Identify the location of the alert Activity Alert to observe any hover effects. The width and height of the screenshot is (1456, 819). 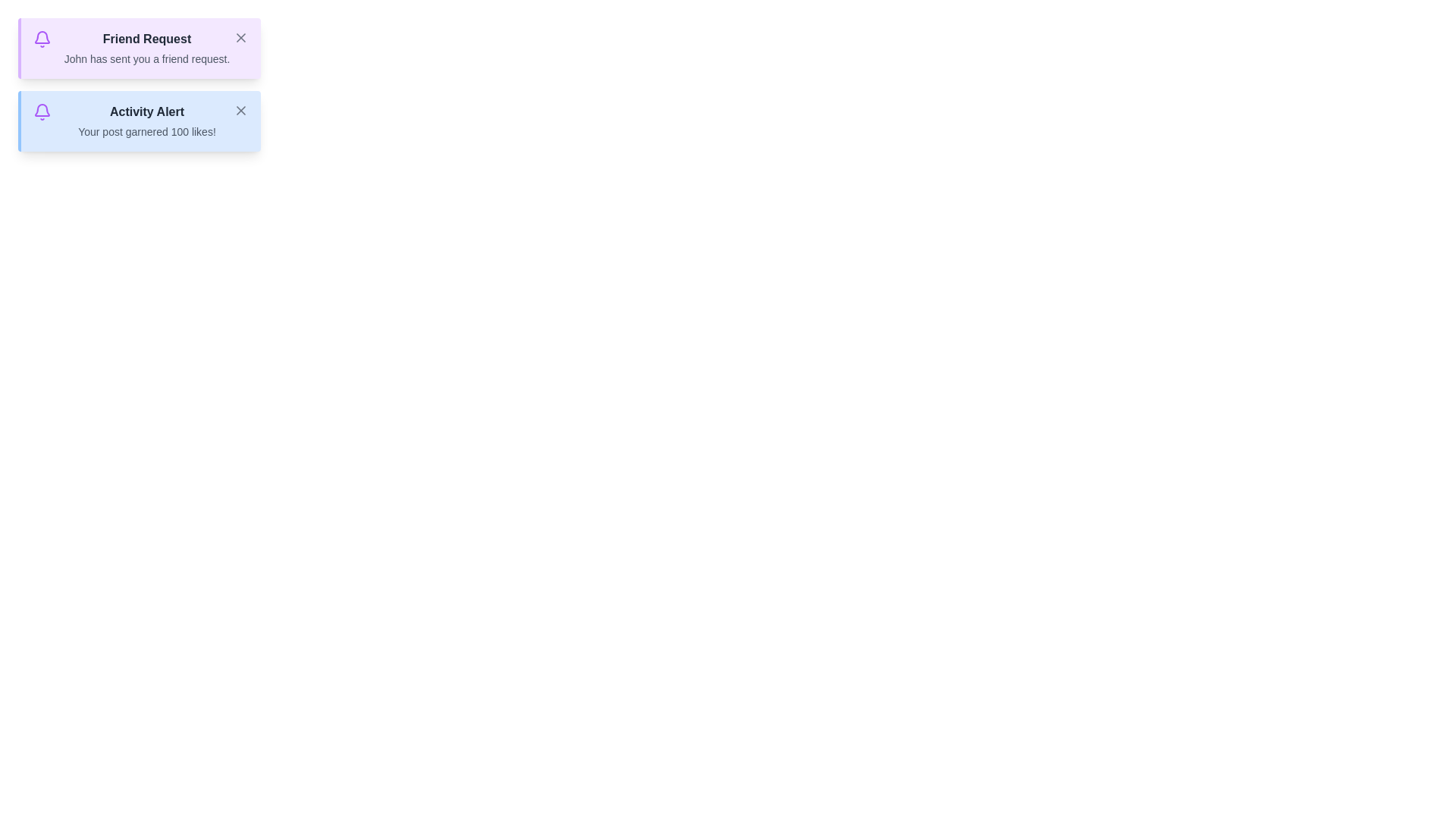
(139, 120).